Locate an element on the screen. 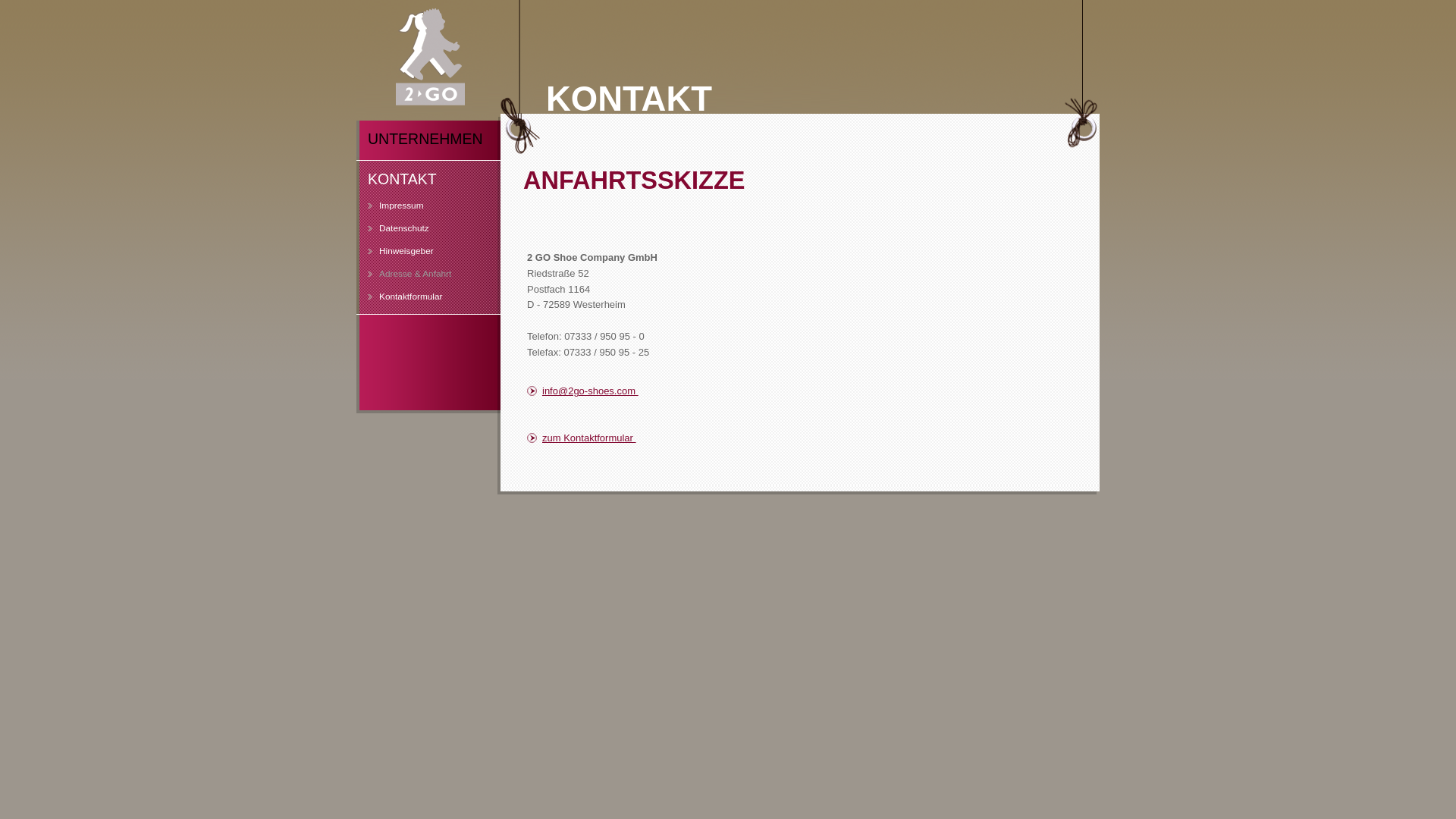 The image size is (1456, 819). 'KONTAKT' is located at coordinates (428, 180).